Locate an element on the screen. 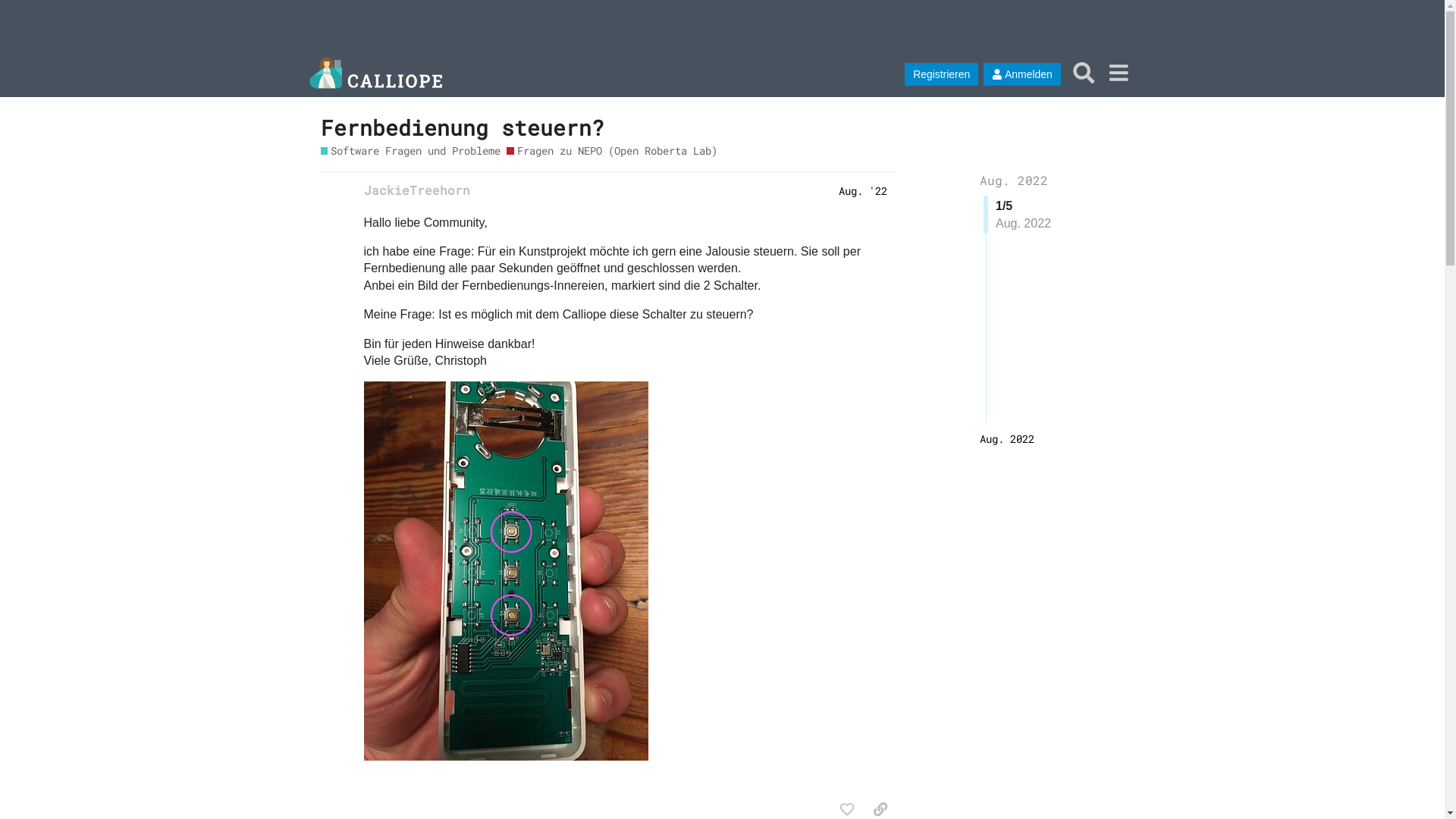  'IMG_4734' is located at coordinates (506, 570).